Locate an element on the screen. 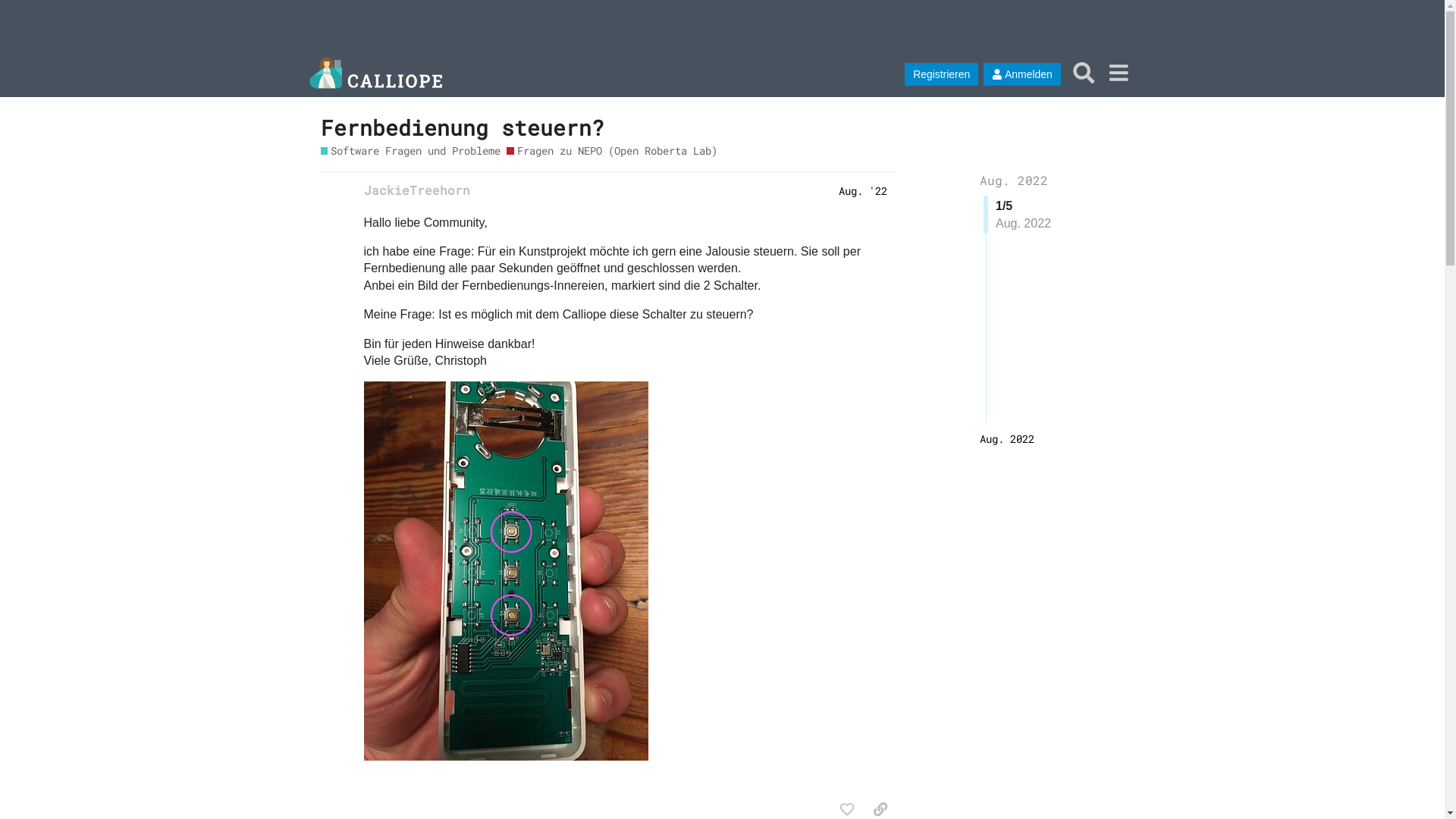  'IMG_4734' is located at coordinates (506, 570).